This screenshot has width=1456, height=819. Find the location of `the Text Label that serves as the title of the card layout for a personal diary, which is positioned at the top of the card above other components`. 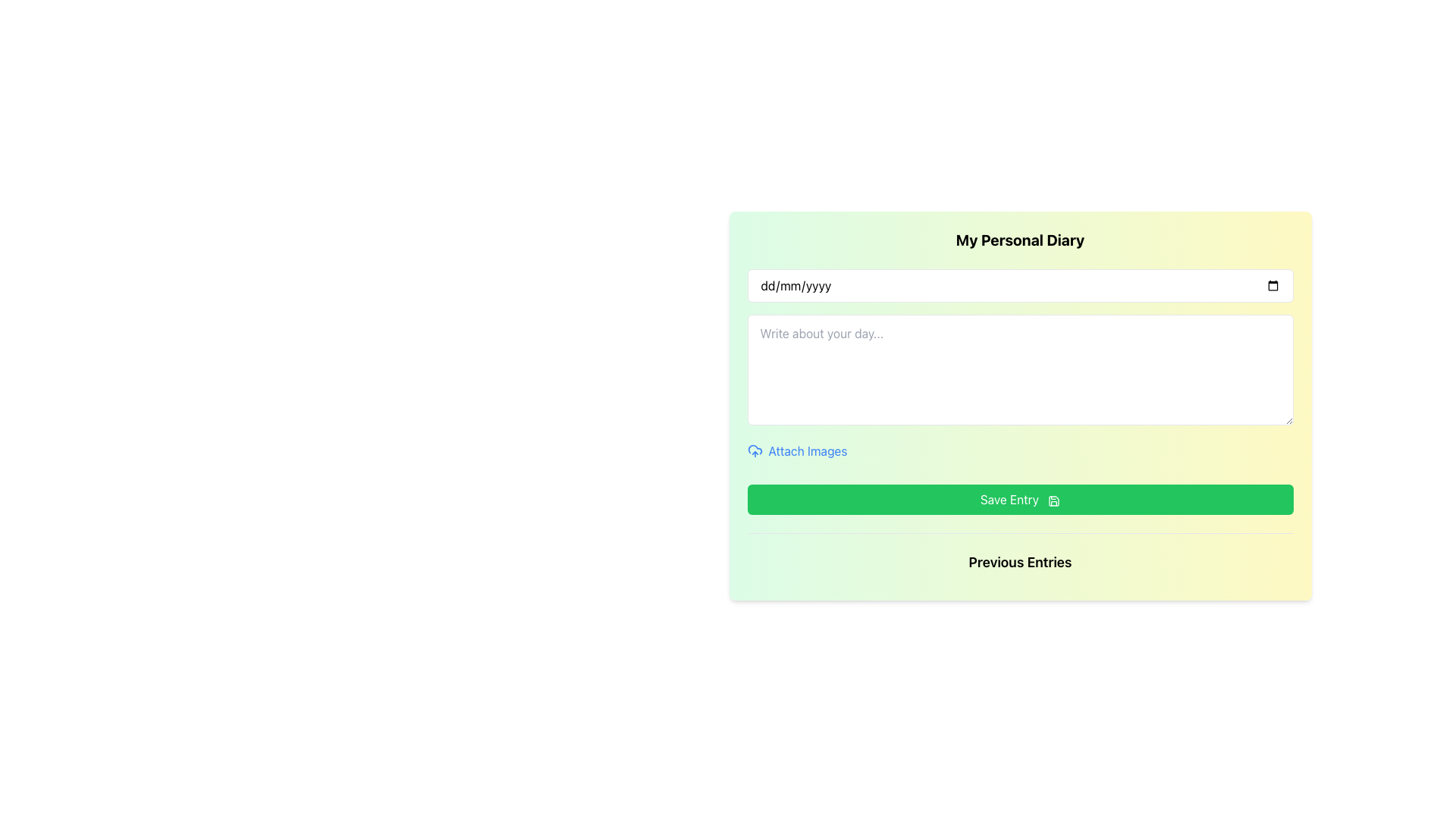

the Text Label that serves as the title of the card layout for a personal diary, which is positioned at the top of the card above other components is located at coordinates (1020, 239).